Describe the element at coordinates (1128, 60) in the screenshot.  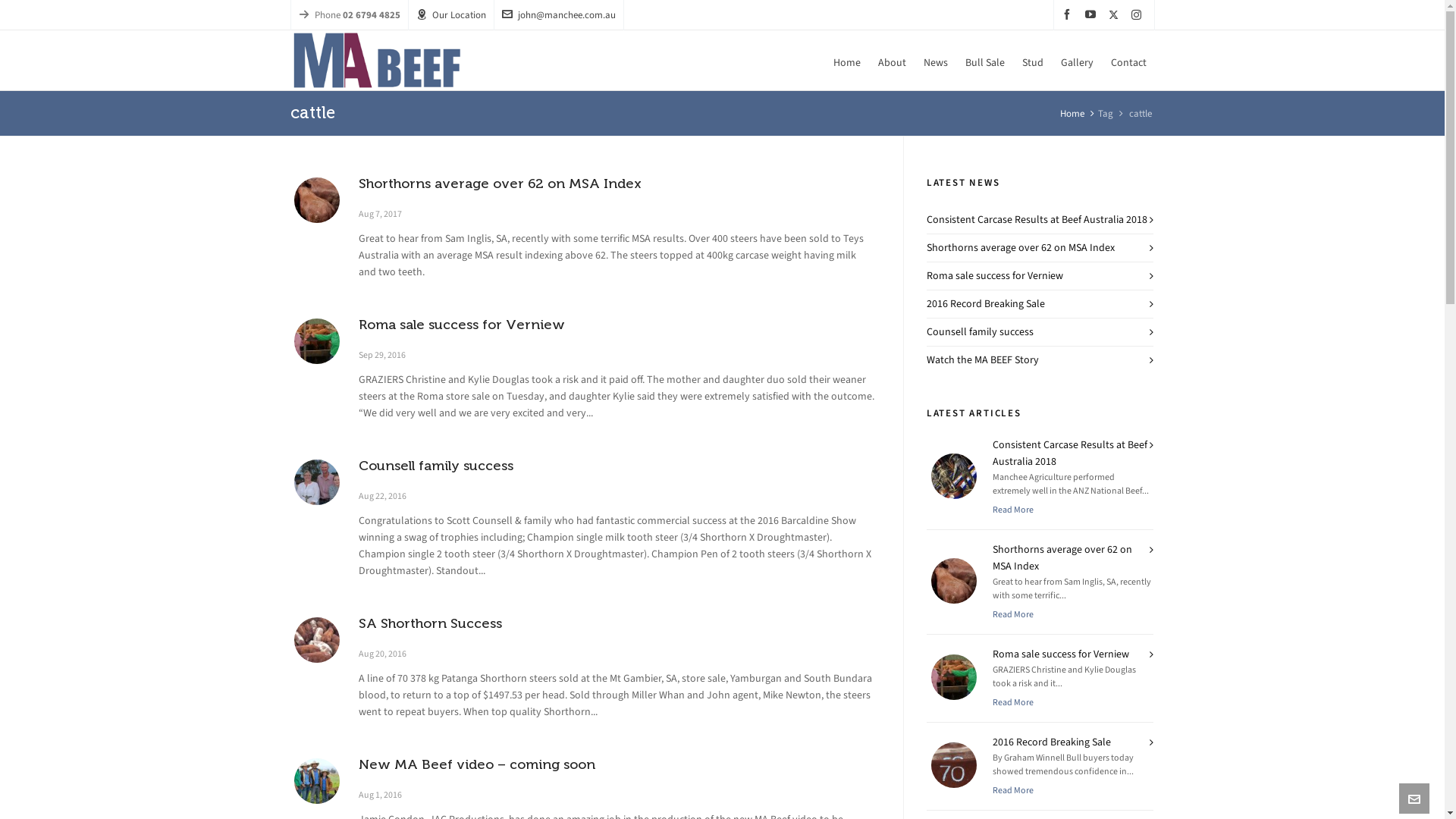
I see `'Contact'` at that location.